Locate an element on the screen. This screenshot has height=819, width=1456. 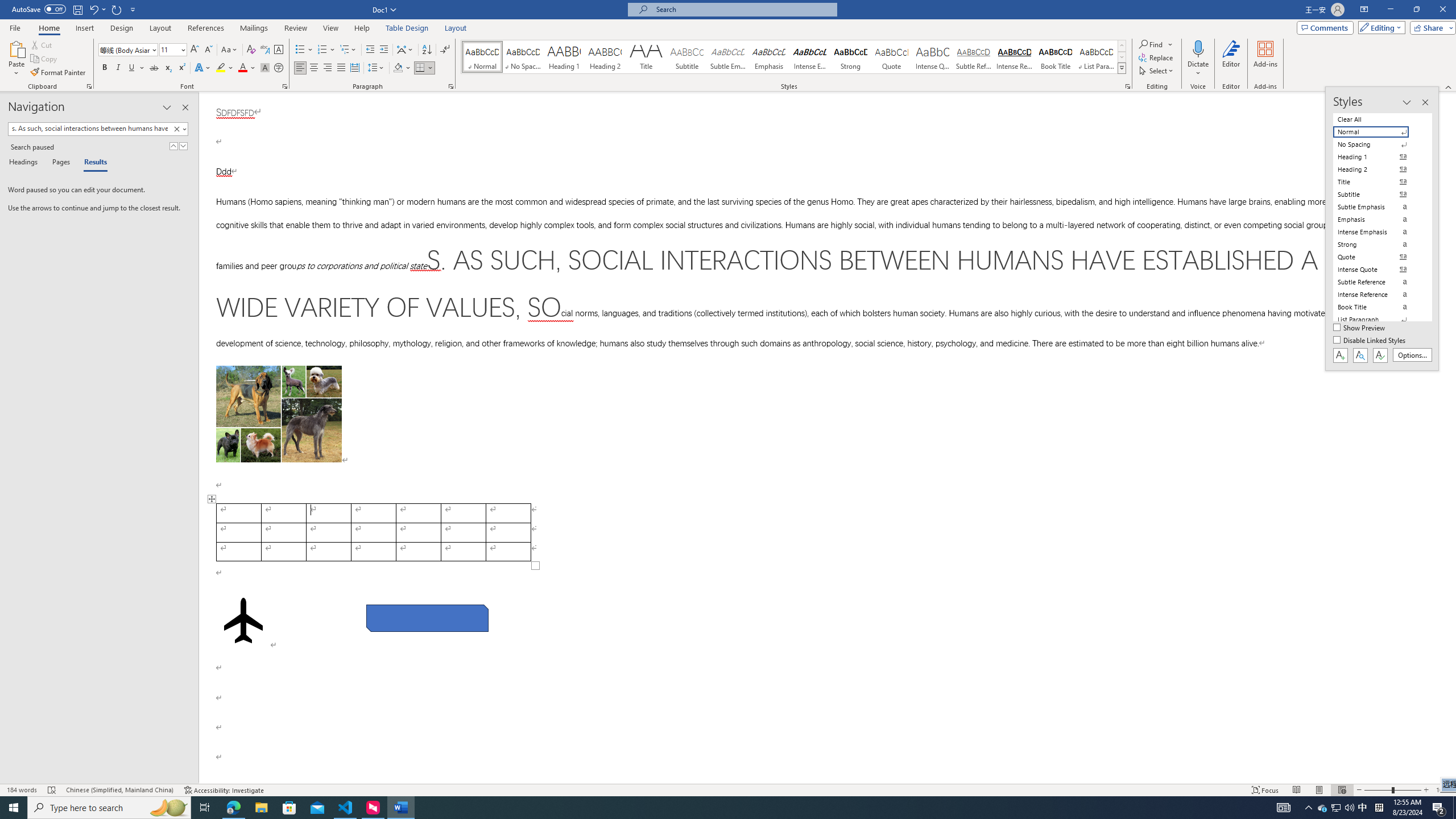
'Superscript' is located at coordinates (180, 67).